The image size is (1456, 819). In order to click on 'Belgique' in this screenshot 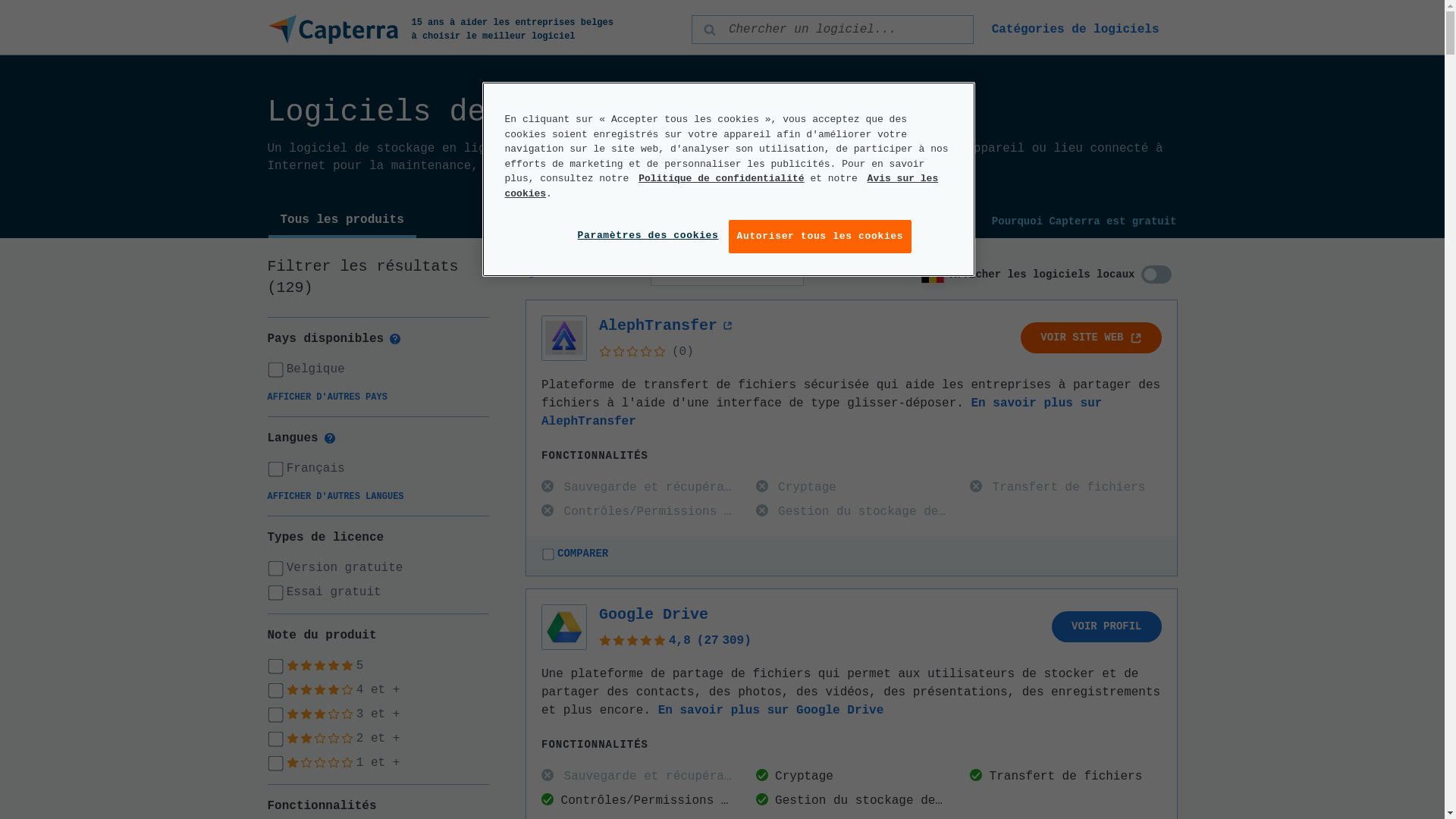, I will do `click(378, 369)`.